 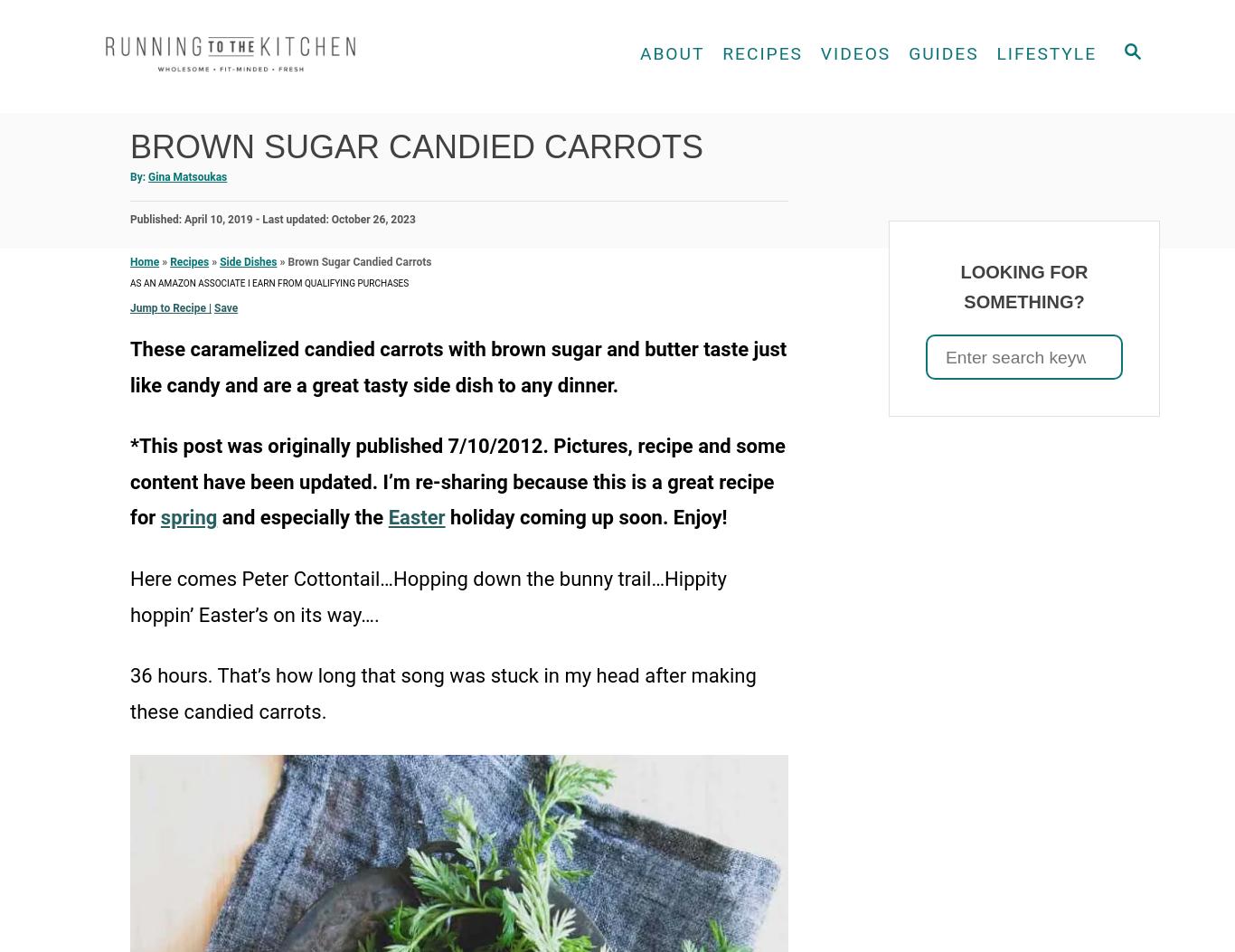 I want to click on 'Snacks', so click(x=648, y=509).